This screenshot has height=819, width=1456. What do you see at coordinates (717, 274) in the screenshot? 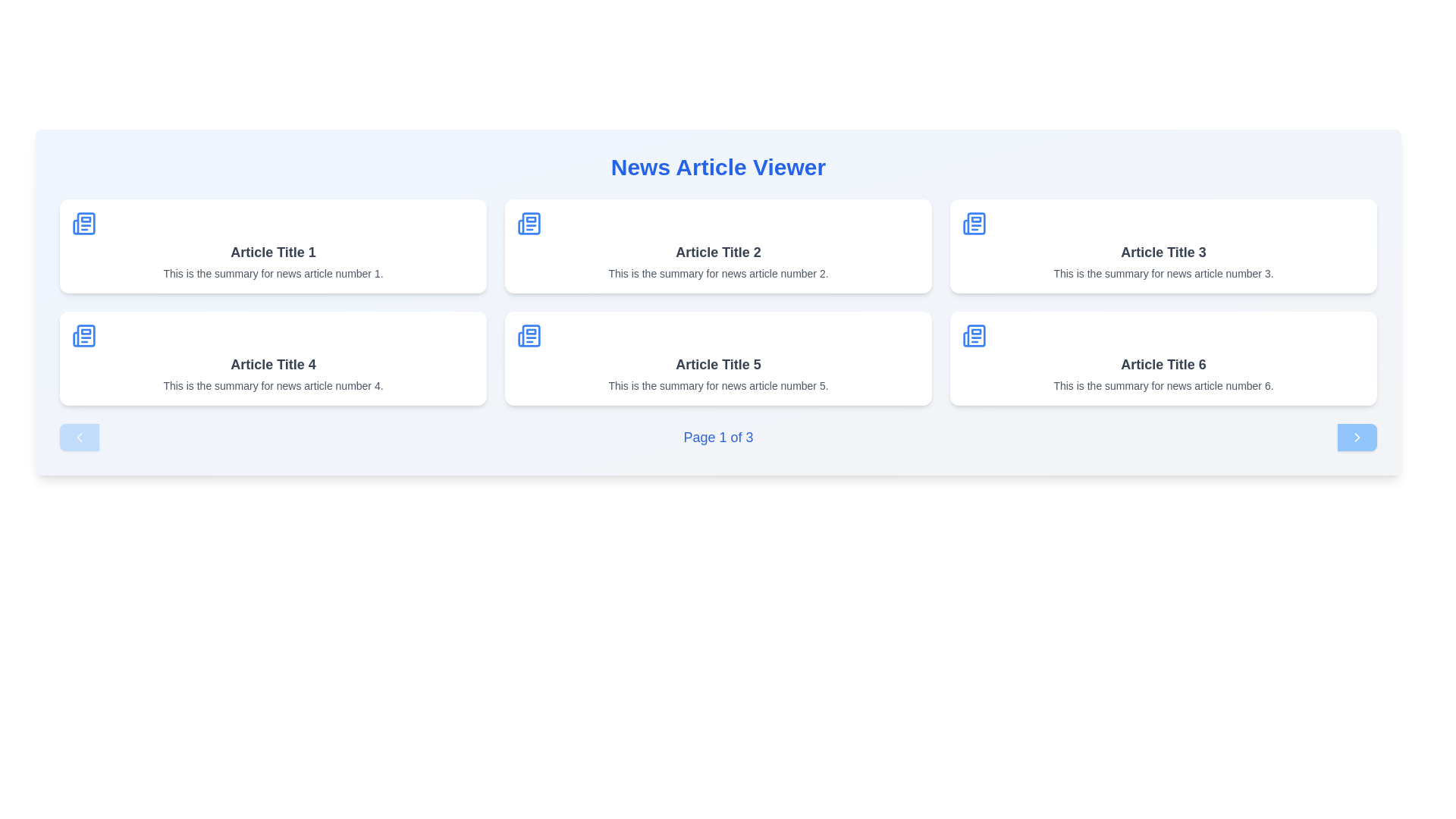
I see `the textual component displaying 'This is the summary for news article number 2.' located beneath 'Article Title 2' in the second card of a 2x3 grid layout` at bounding box center [717, 274].